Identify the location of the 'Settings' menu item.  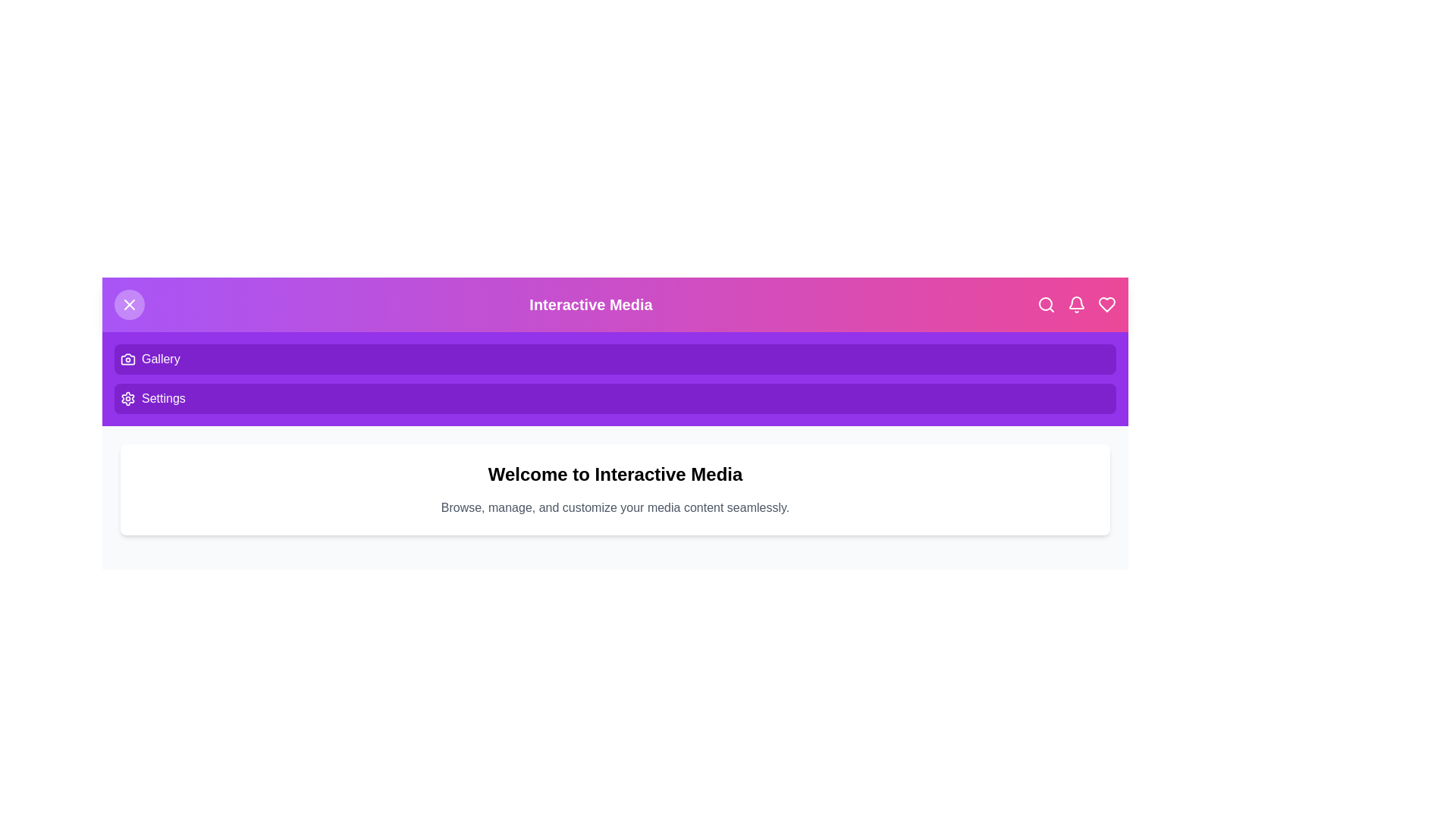
(164, 397).